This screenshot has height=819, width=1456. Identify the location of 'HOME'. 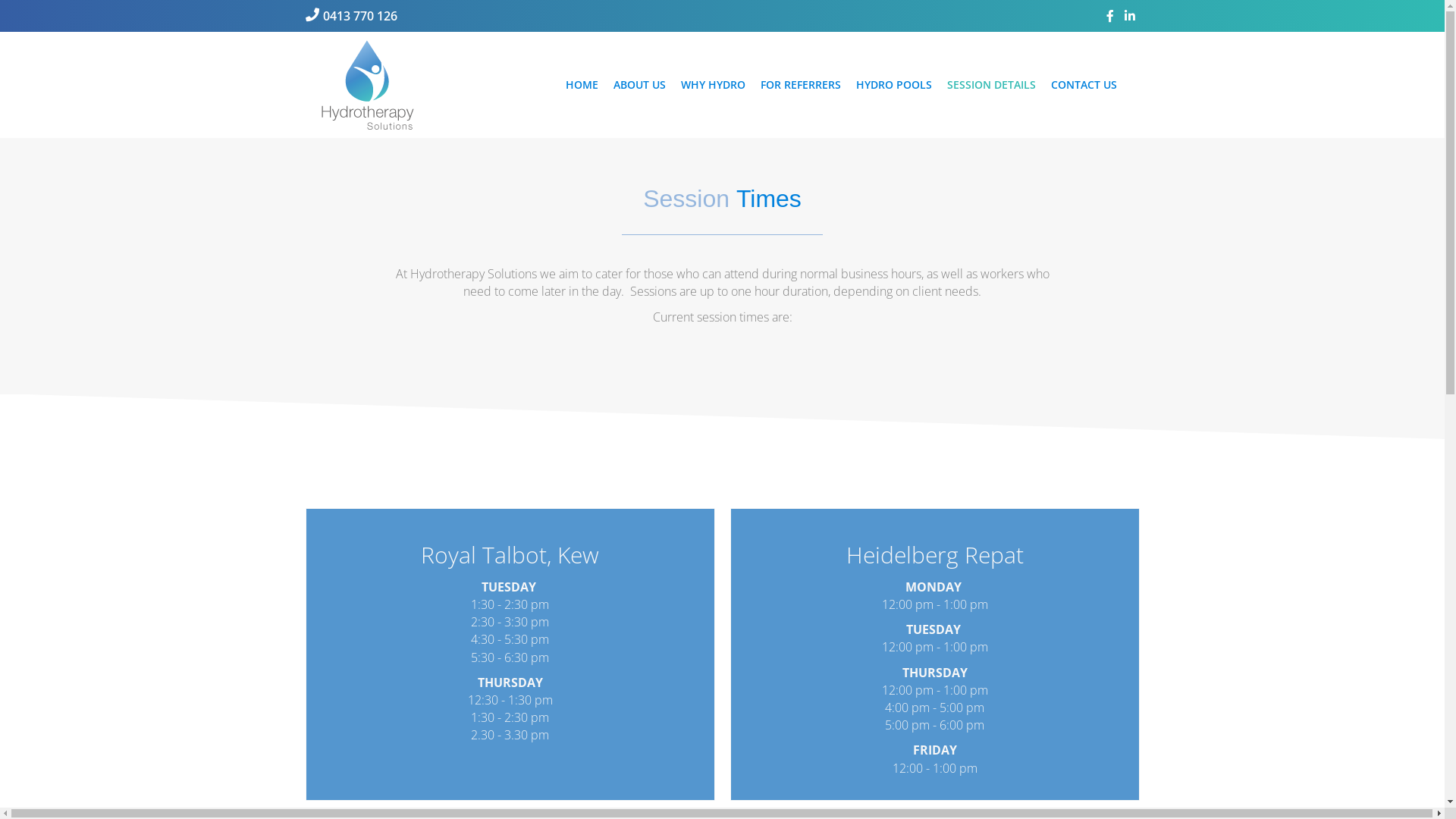
(581, 84).